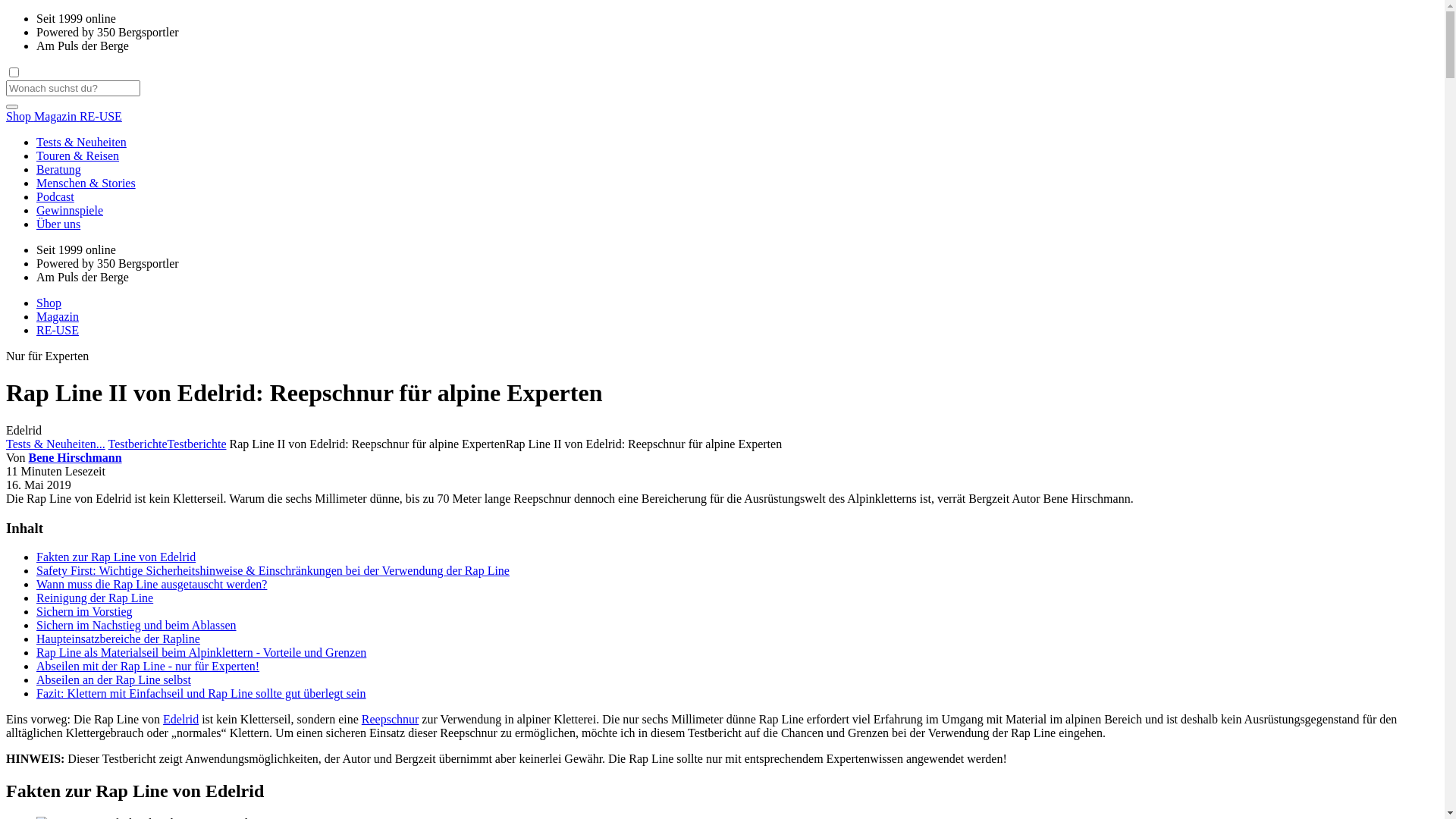 This screenshot has height=819, width=1456. Describe the element at coordinates (49, 303) in the screenshot. I see `'Shop'` at that location.